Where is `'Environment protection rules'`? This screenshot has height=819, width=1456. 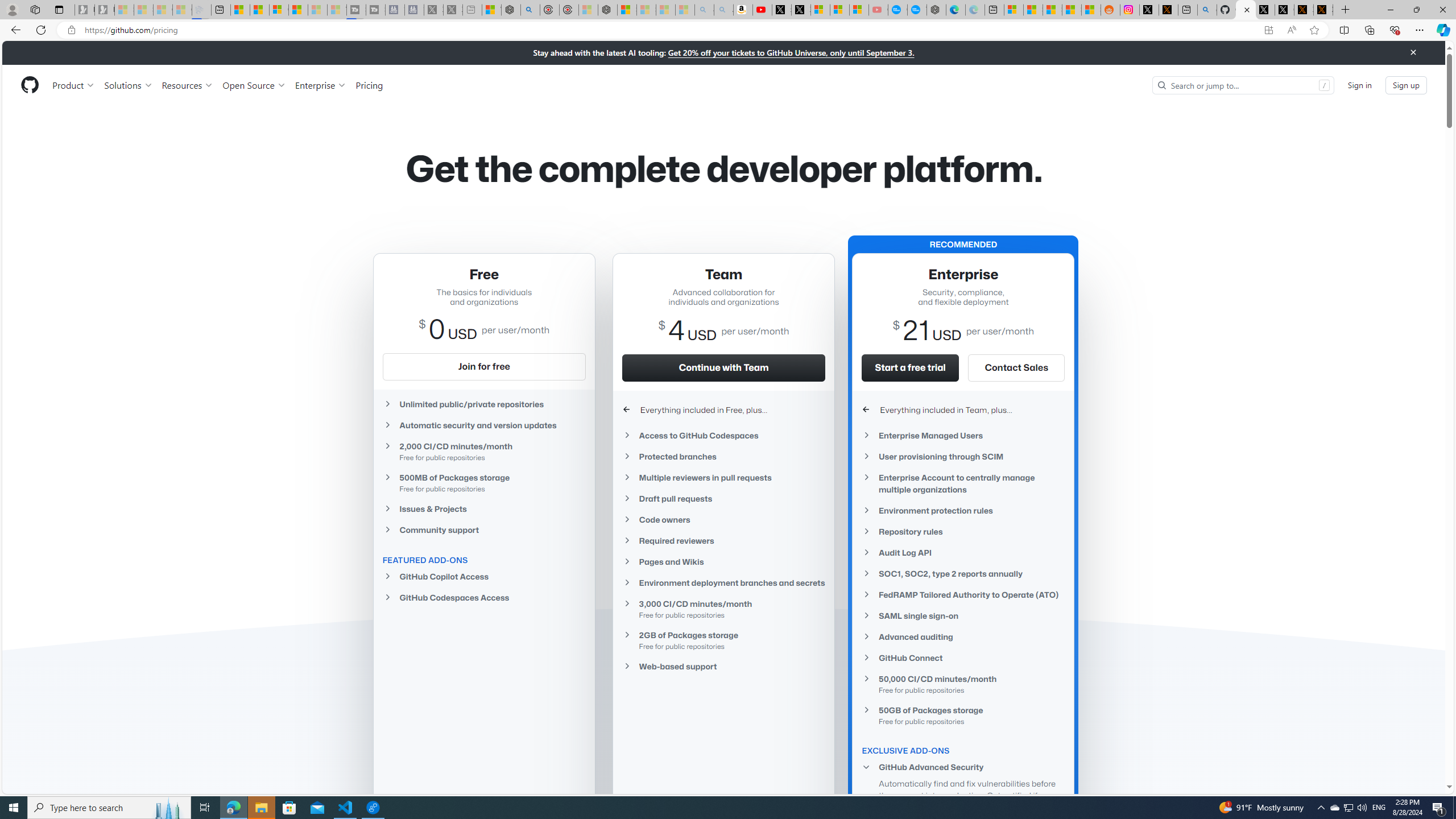
'Environment protection rules' is located at coordinates (963, 510).